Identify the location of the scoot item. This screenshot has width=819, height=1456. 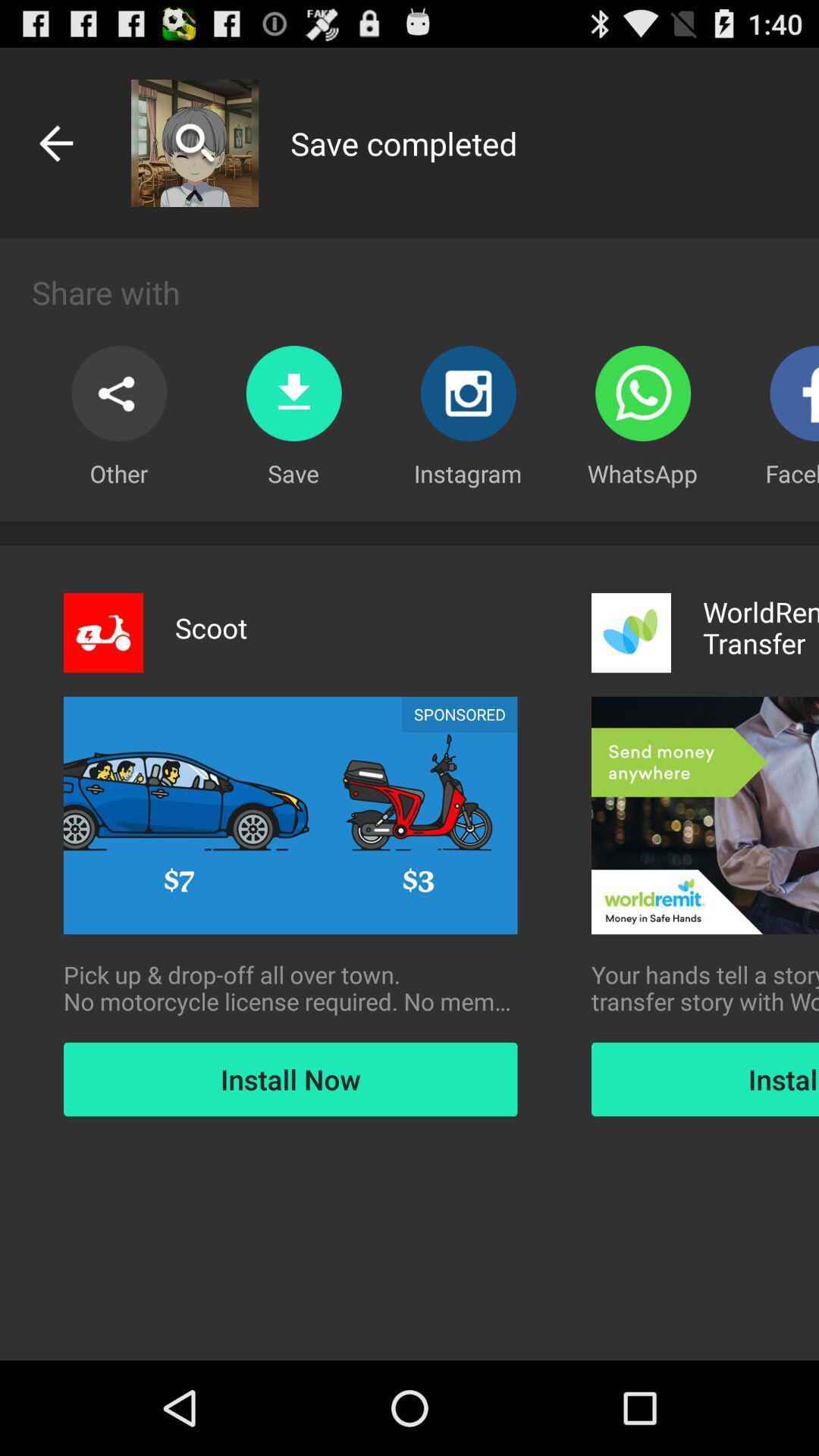
(211, 628).